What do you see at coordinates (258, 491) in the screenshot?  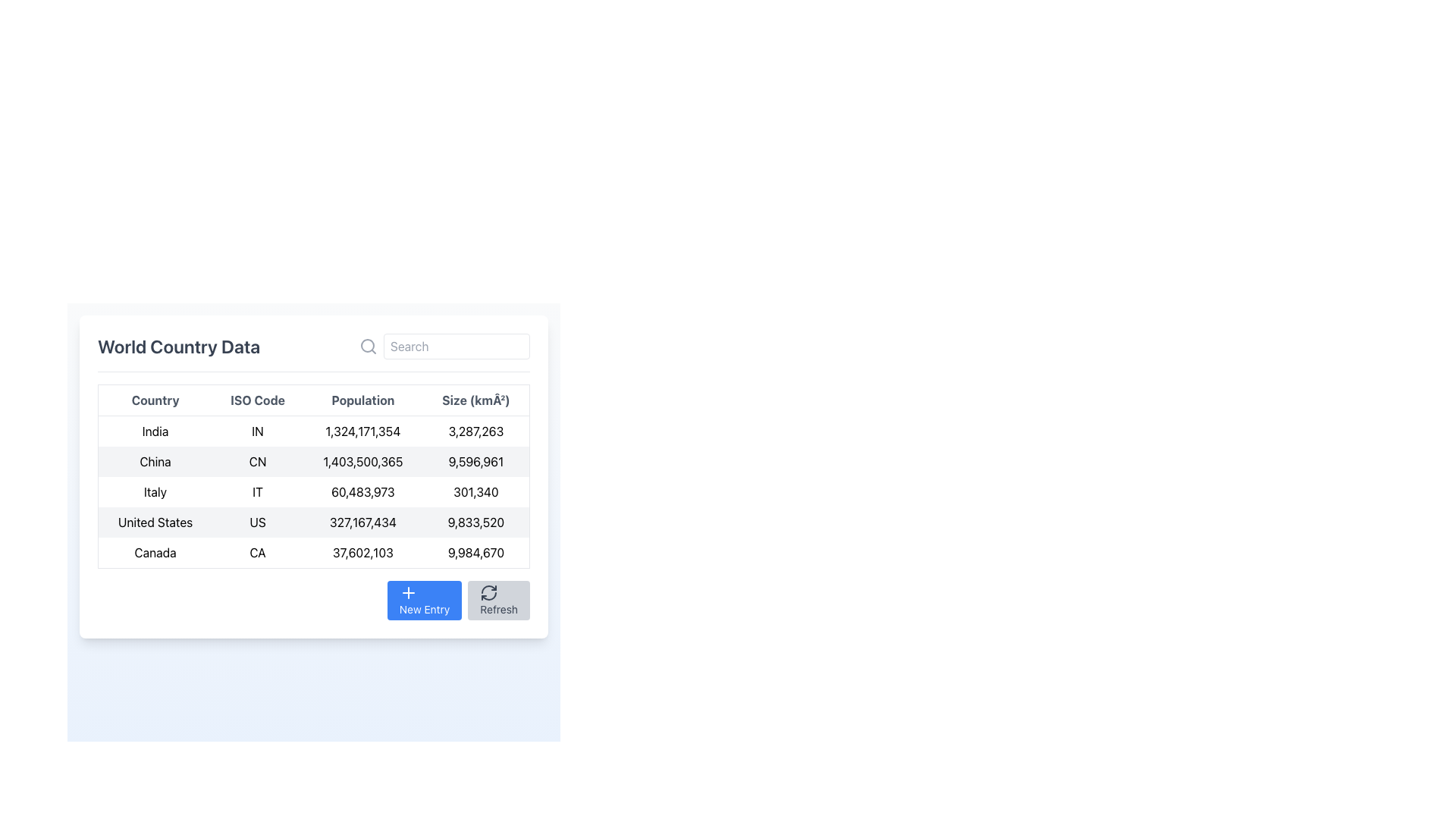 I see `the text element displaying the ISO code for Italy in the table, which is the second cell in the row corresponding to Italy` at bounding box center [258, 491].